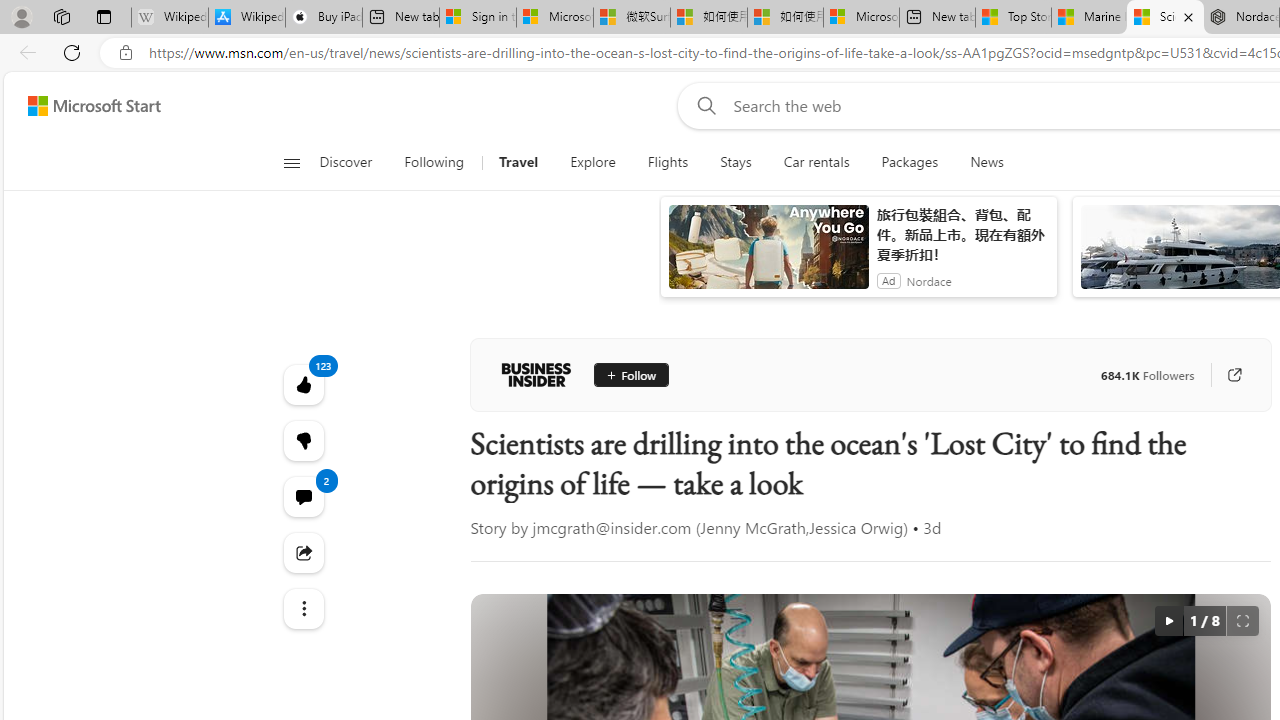 This screenshot has height=720, width=1280. I want to click on 'Business Insider', so click(536, 375).